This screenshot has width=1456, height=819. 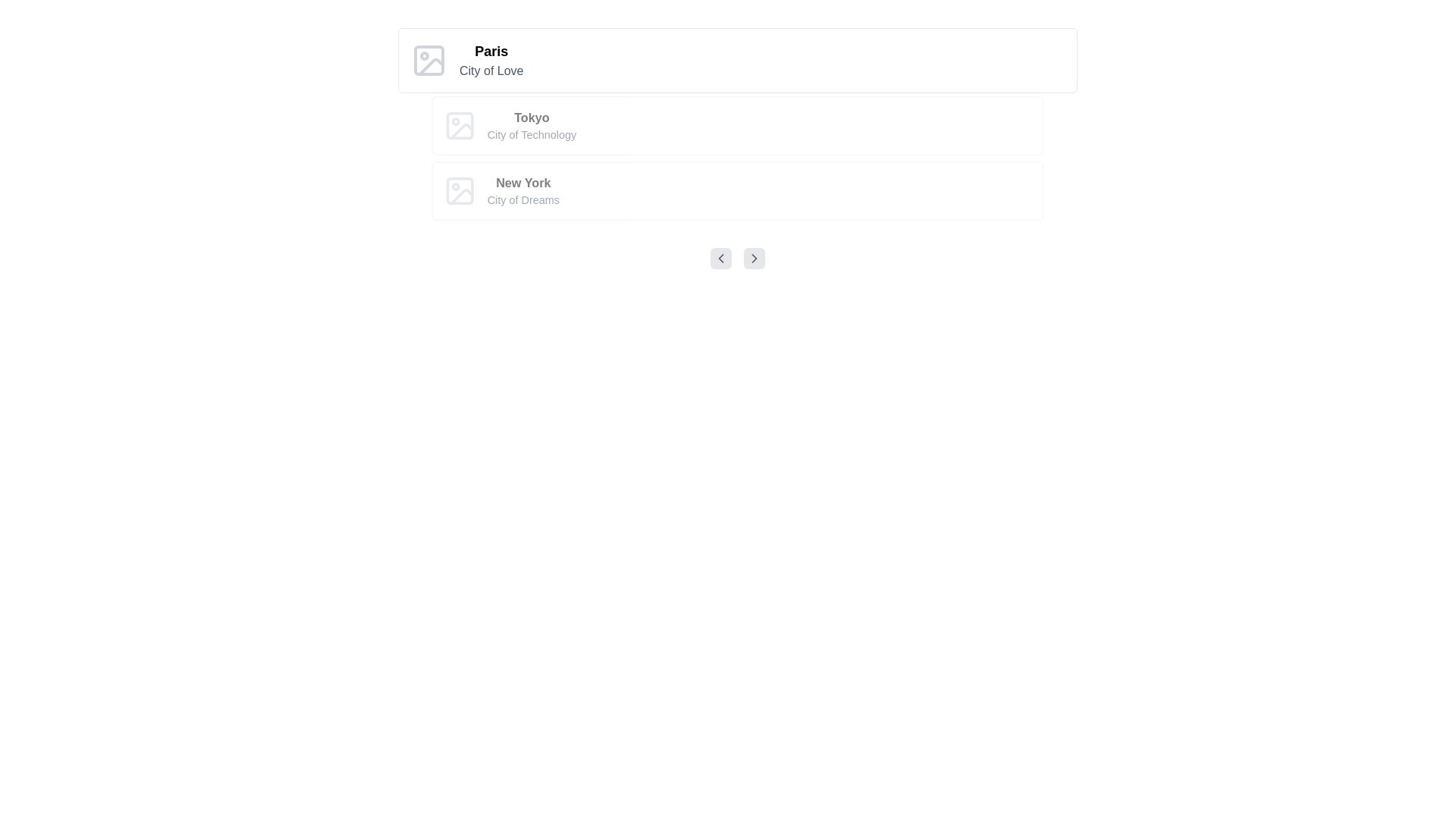 What do you see at coordinates (428, 60) in the screenshot?
I see `the rectangular decorative element with rounded corners in the 'Paris - City of Love' image placeholder` at bounding box center [428, 60].